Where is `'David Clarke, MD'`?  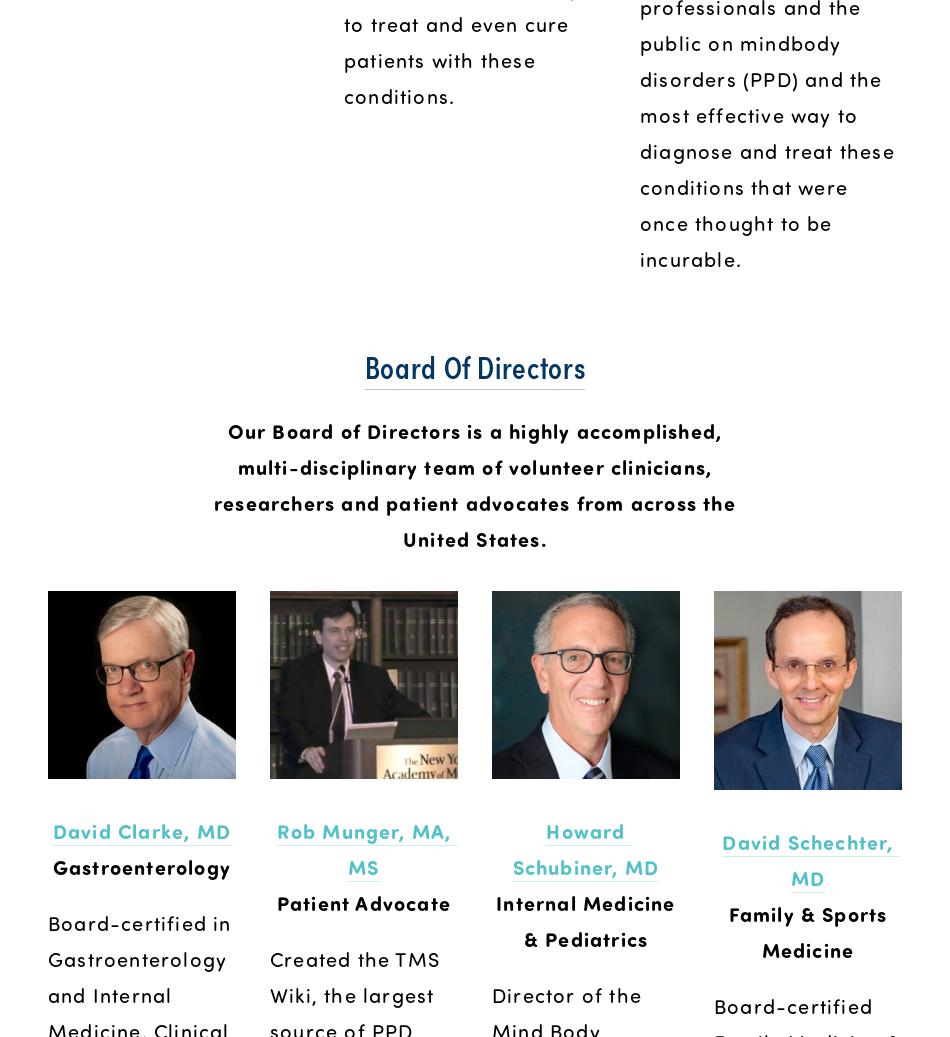 'David Clarke, MD' is located at coordinates (141, 829).